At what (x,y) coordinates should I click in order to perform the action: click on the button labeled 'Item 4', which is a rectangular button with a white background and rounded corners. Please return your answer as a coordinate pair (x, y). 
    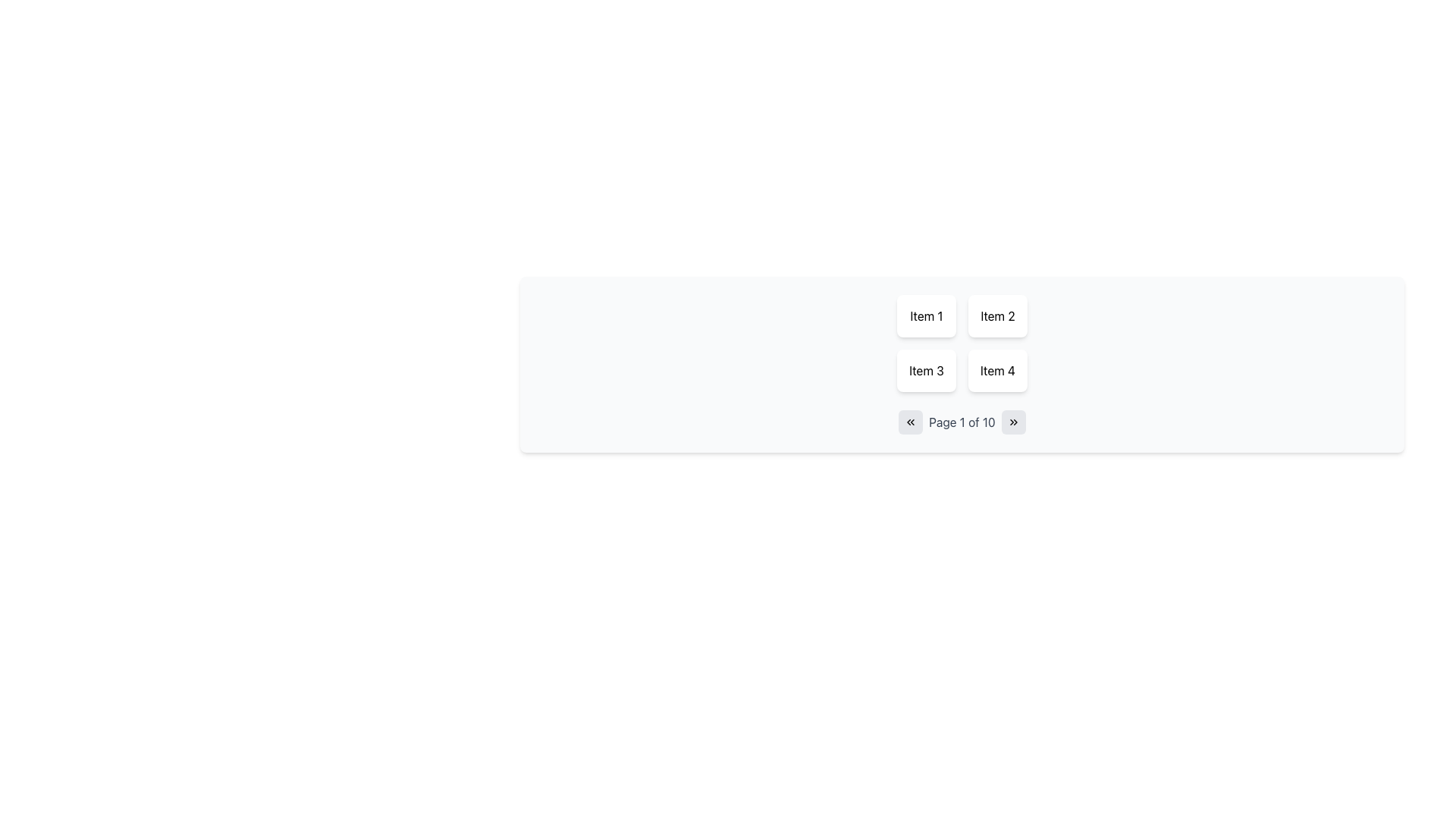
    Looking at the image, I should click on (997, 371).